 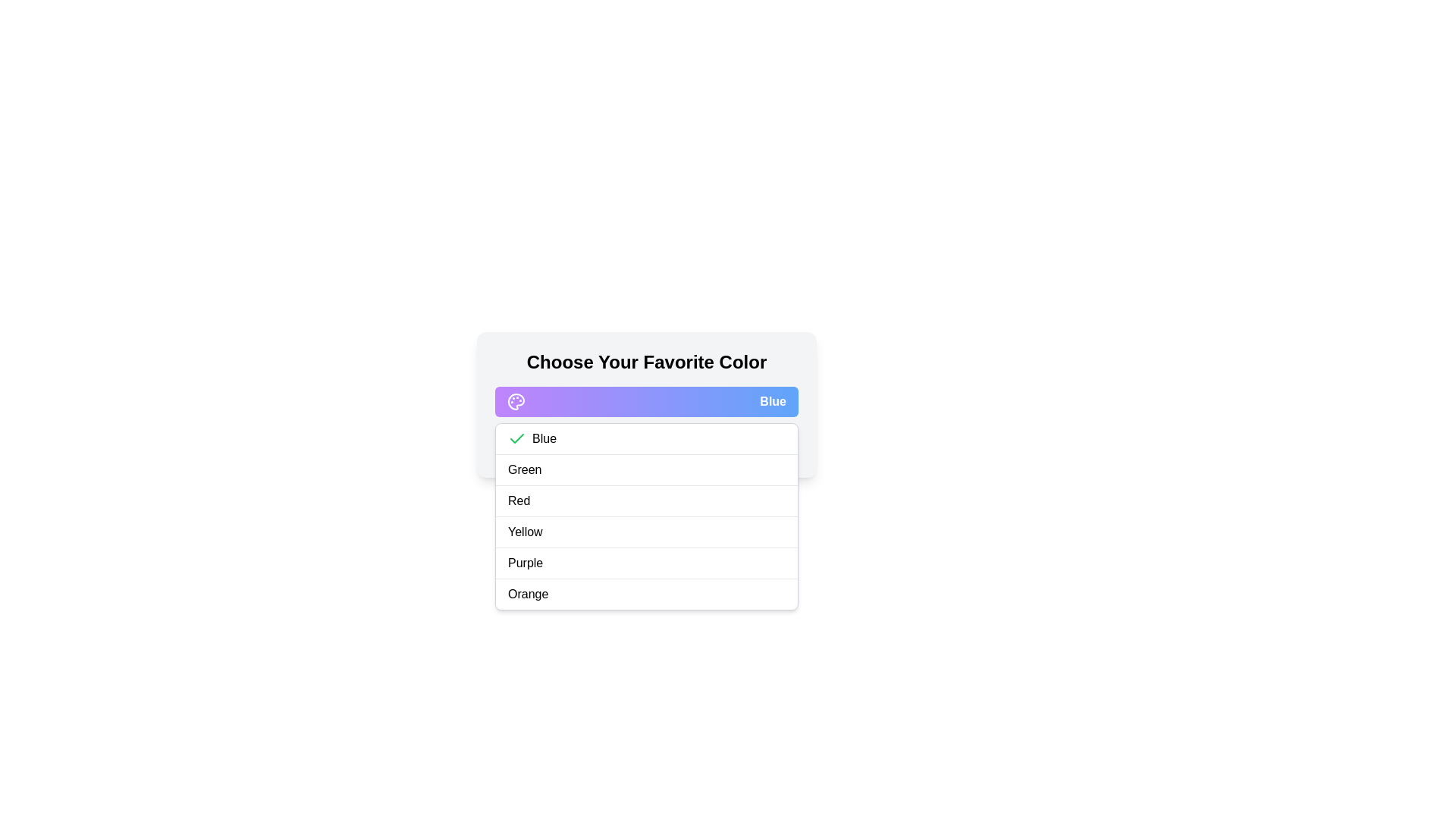 What do you see at coordinates (647, 439) in the screenshot?
I see `the first selectable list item representing the color option in the list labeled 'Choose Your Favorite Color'` at bounding box center [647, 439].